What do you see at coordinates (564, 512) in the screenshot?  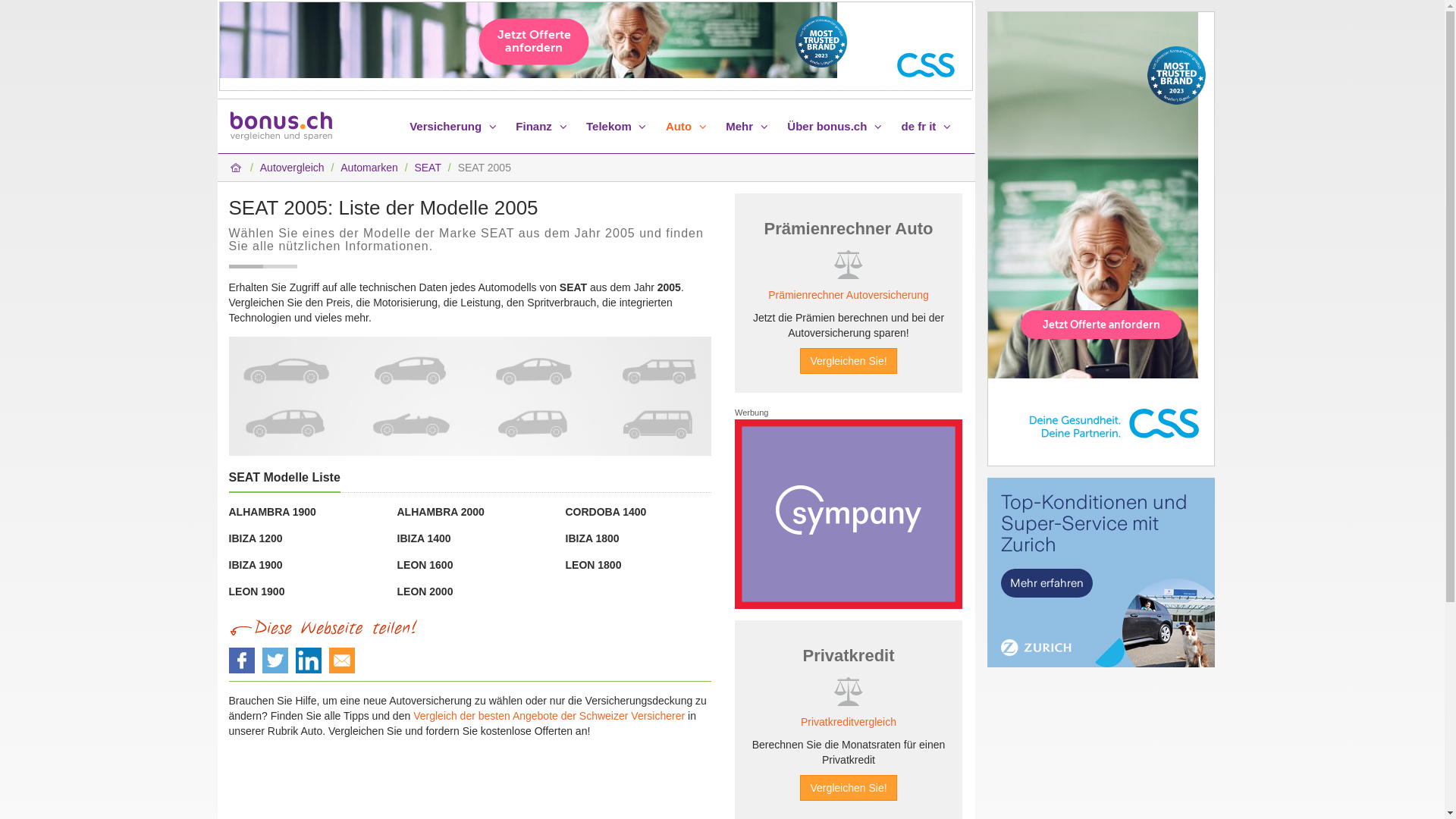 I see `'CORDOBA 1400'` at bounding box center [564, 512].